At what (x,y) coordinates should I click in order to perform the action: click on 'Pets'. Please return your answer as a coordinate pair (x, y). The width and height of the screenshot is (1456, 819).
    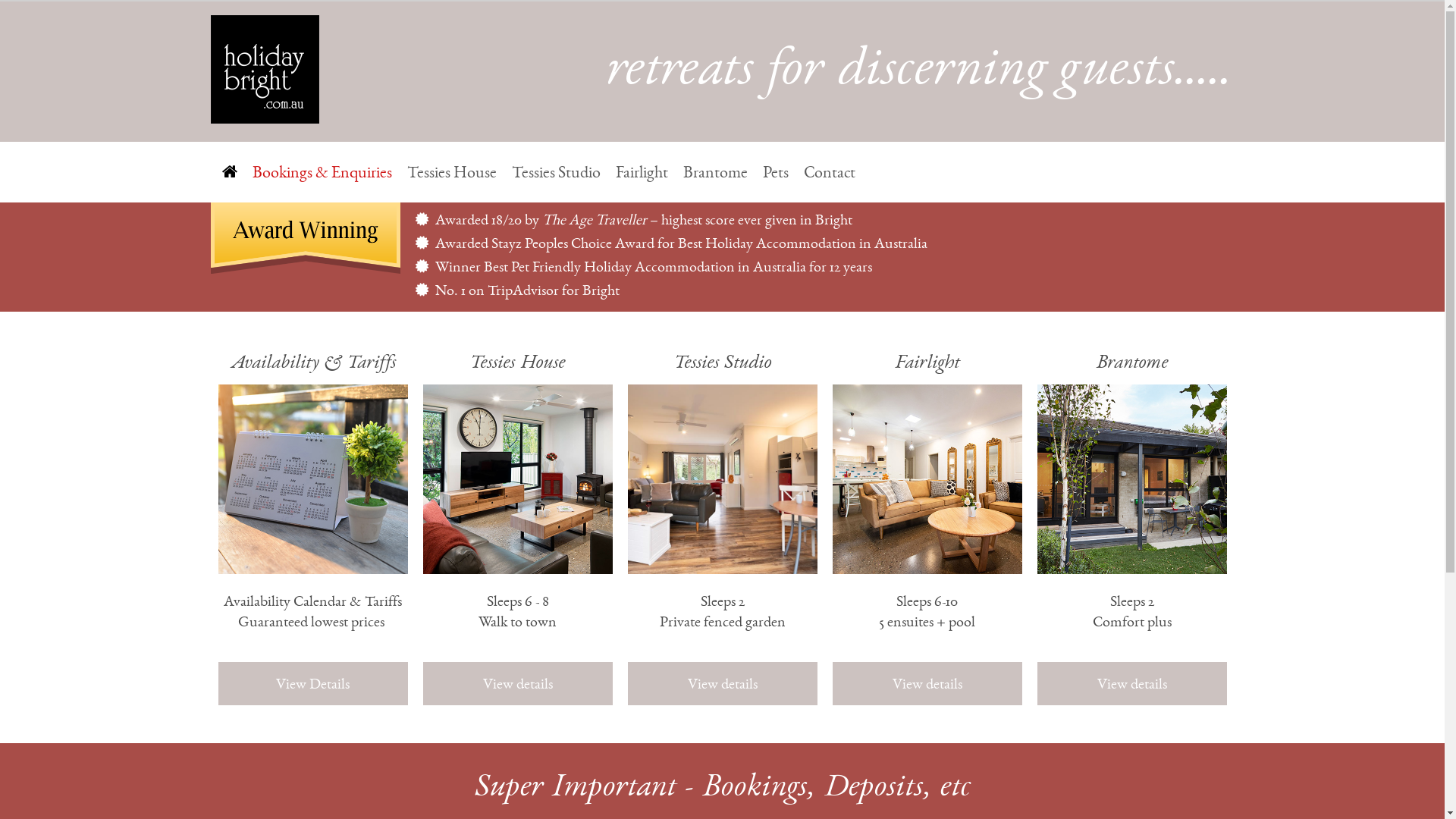
    Looking at the image, I should click on (775, 171).